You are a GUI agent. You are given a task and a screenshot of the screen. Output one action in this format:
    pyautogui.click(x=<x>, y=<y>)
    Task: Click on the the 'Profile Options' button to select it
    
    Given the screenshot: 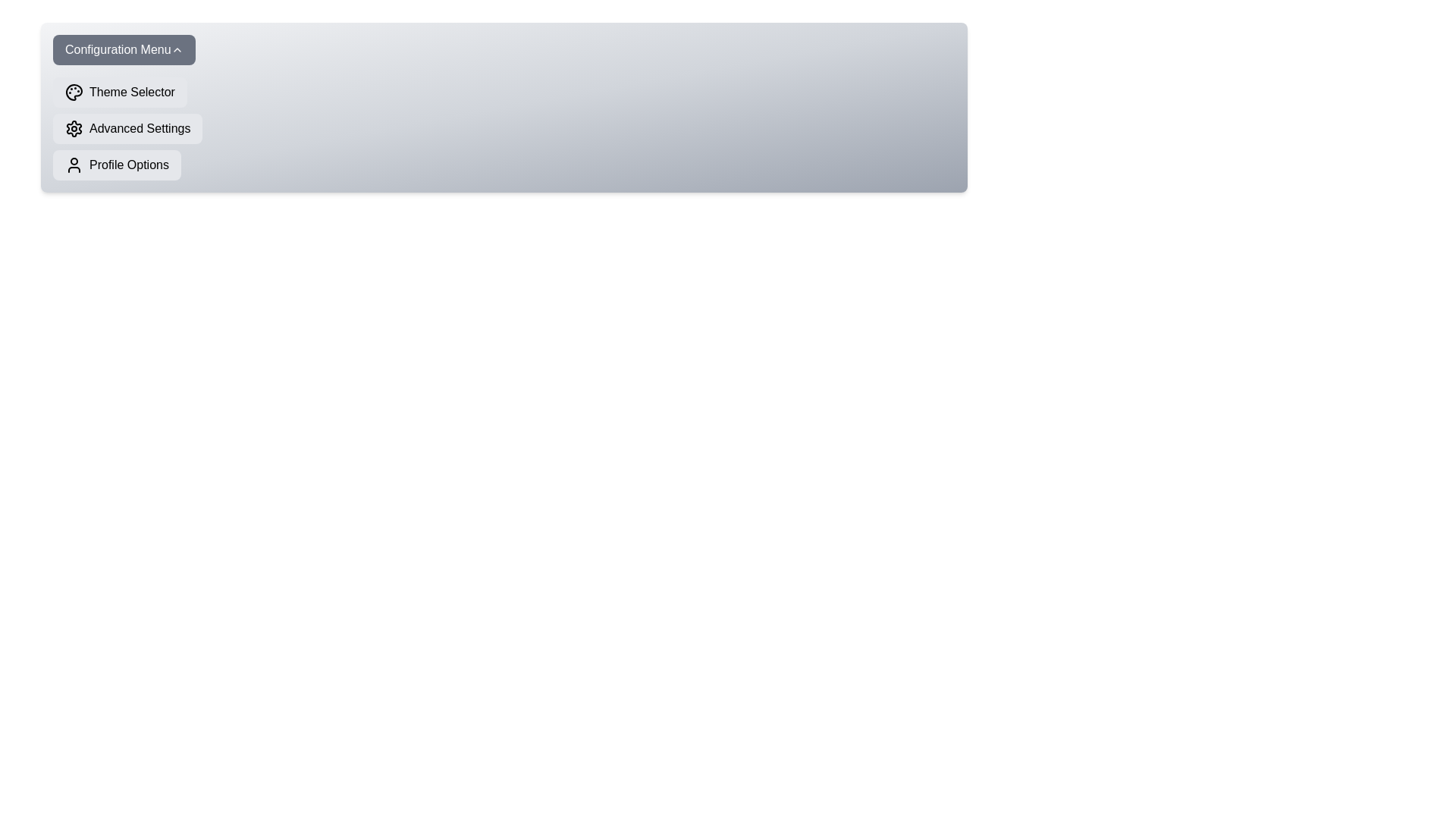 What is the action you would take?
    pyautogui.click(x=115, y=165)
    